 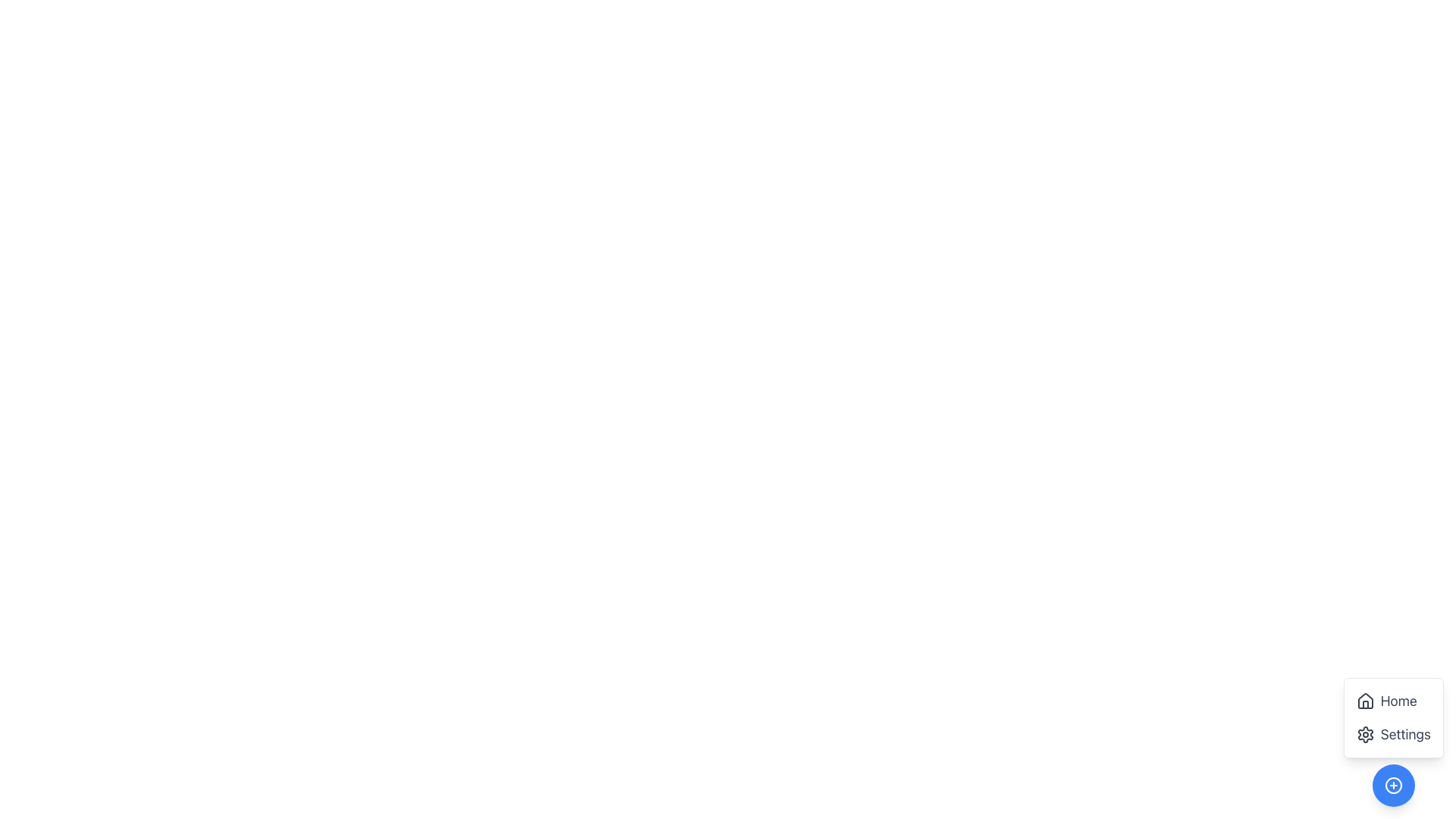 I want to click on the 'Home' text label in the vertical menu, which is positioned above the 'Settings' option and accompanied by a house icon, so click(x=1398, y=701).